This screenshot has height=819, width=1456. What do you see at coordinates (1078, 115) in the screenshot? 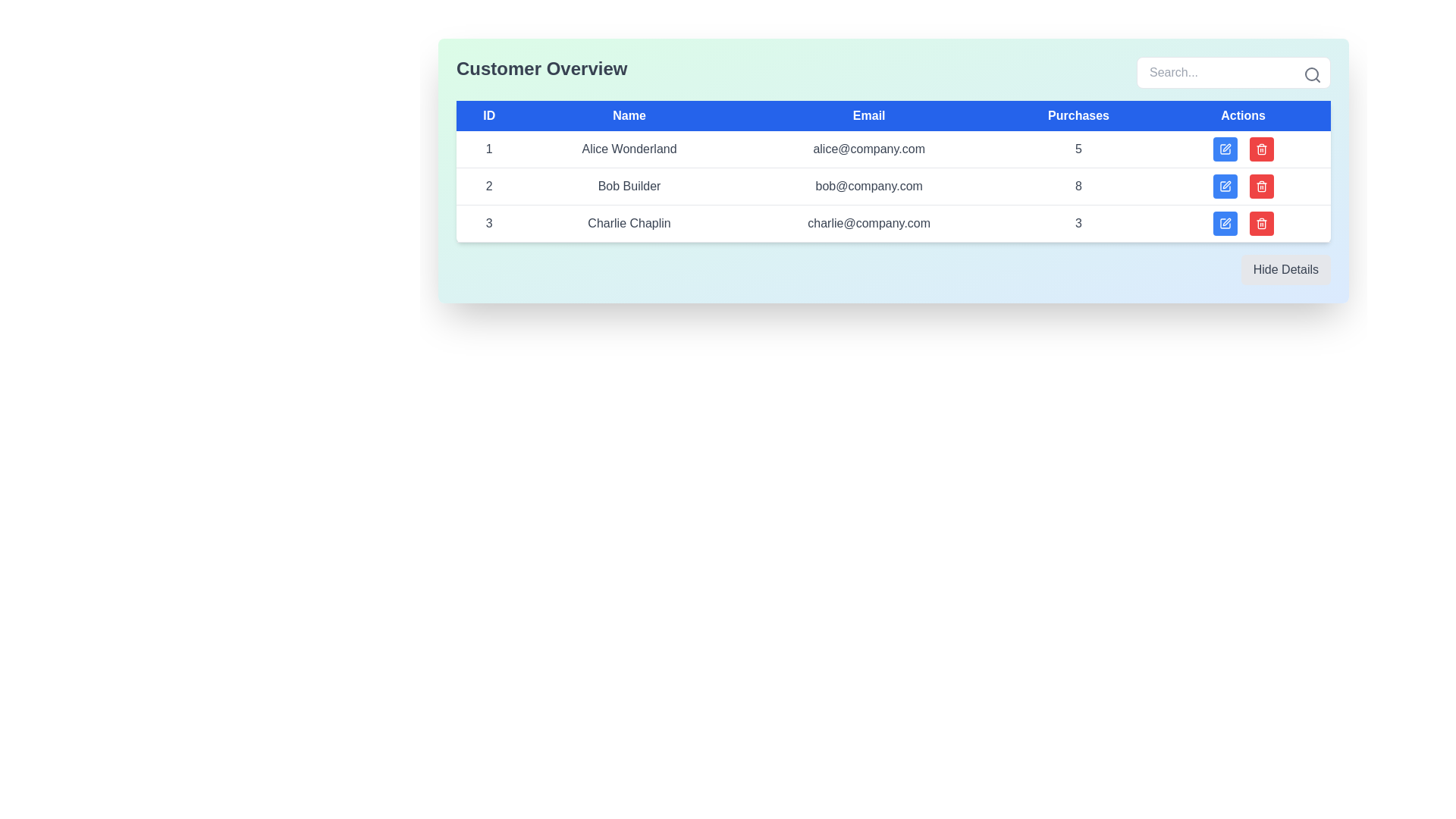
I see `the 'Purchases' column header to sort the data in the table` at bounding box center [1078, 115].